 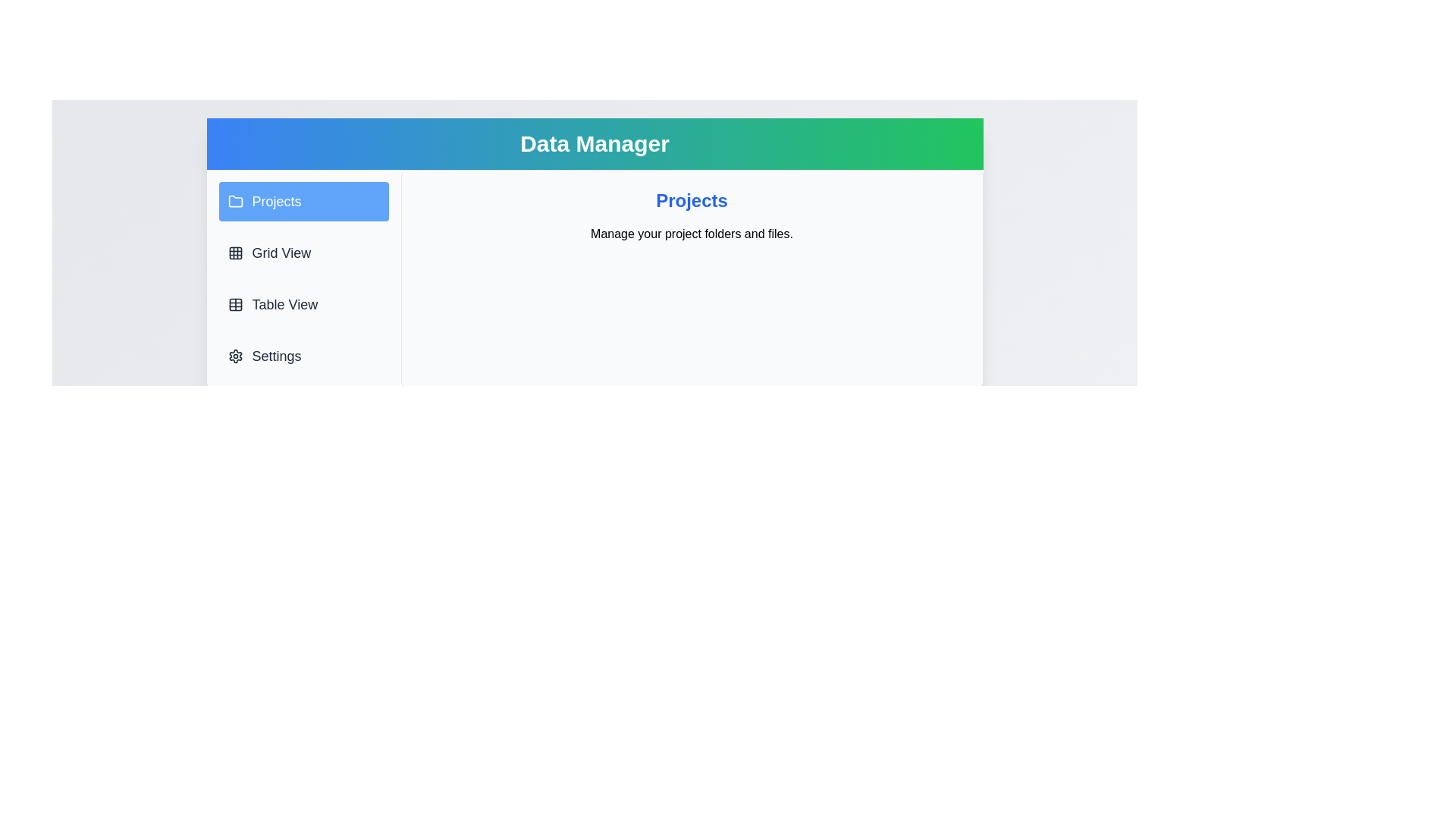 I want to click on the tab labeled Projects, so click(x=303, y=201).